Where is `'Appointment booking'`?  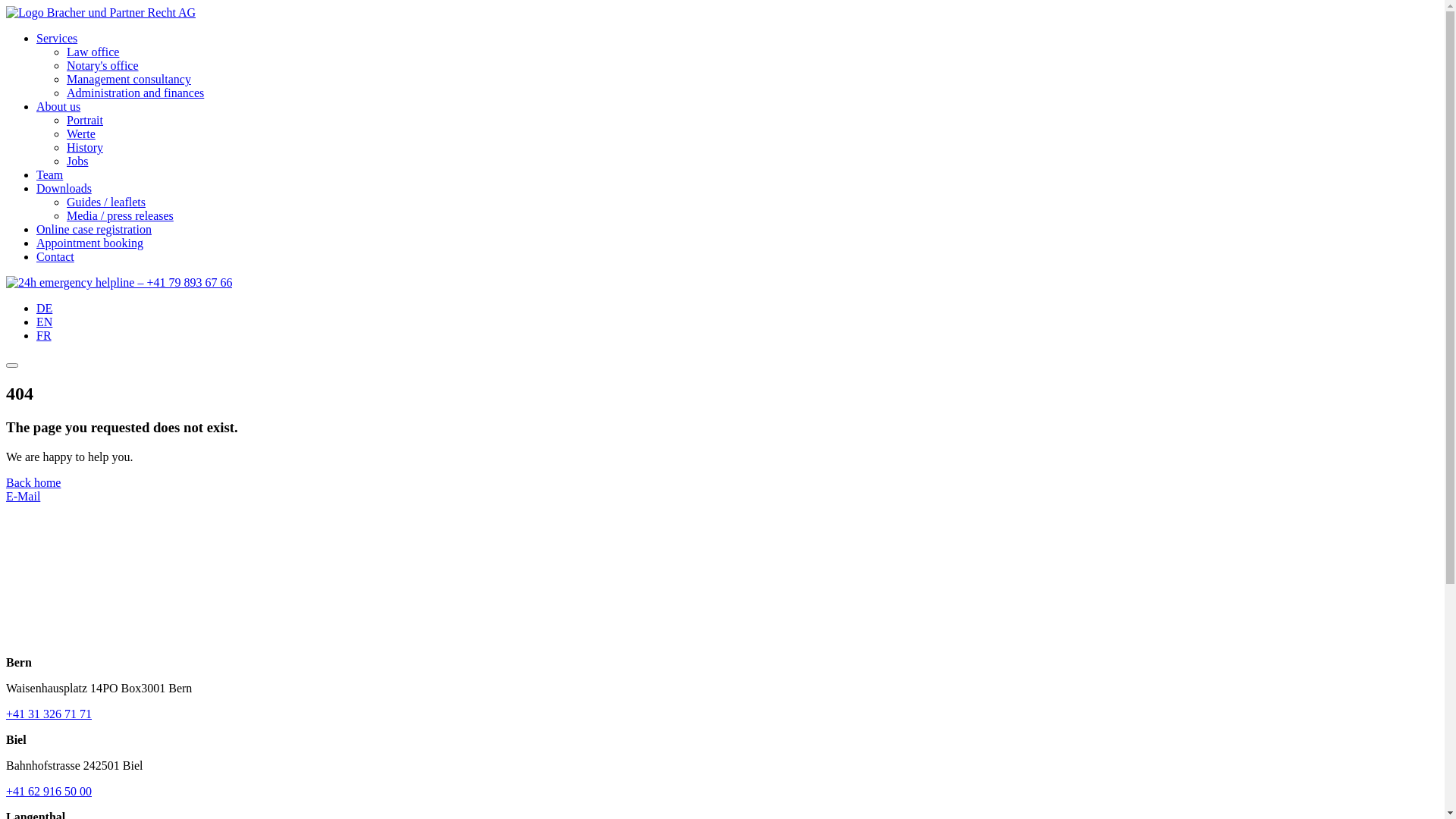
'Appointment booking' is located at coordinates (89, 242).